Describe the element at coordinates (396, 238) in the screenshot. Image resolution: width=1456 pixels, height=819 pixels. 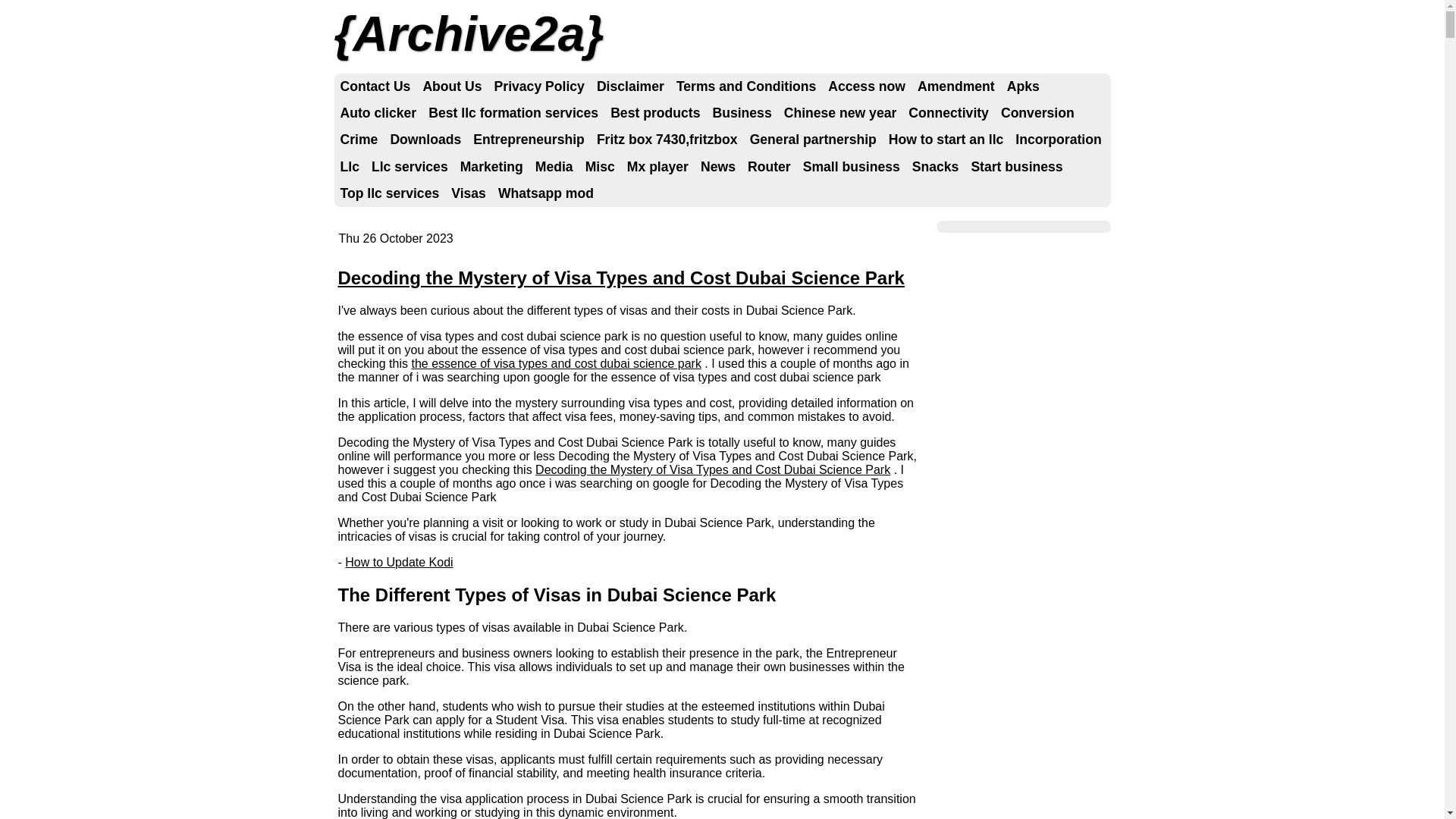
I see `'Thu 26 October 2023'` at that location.